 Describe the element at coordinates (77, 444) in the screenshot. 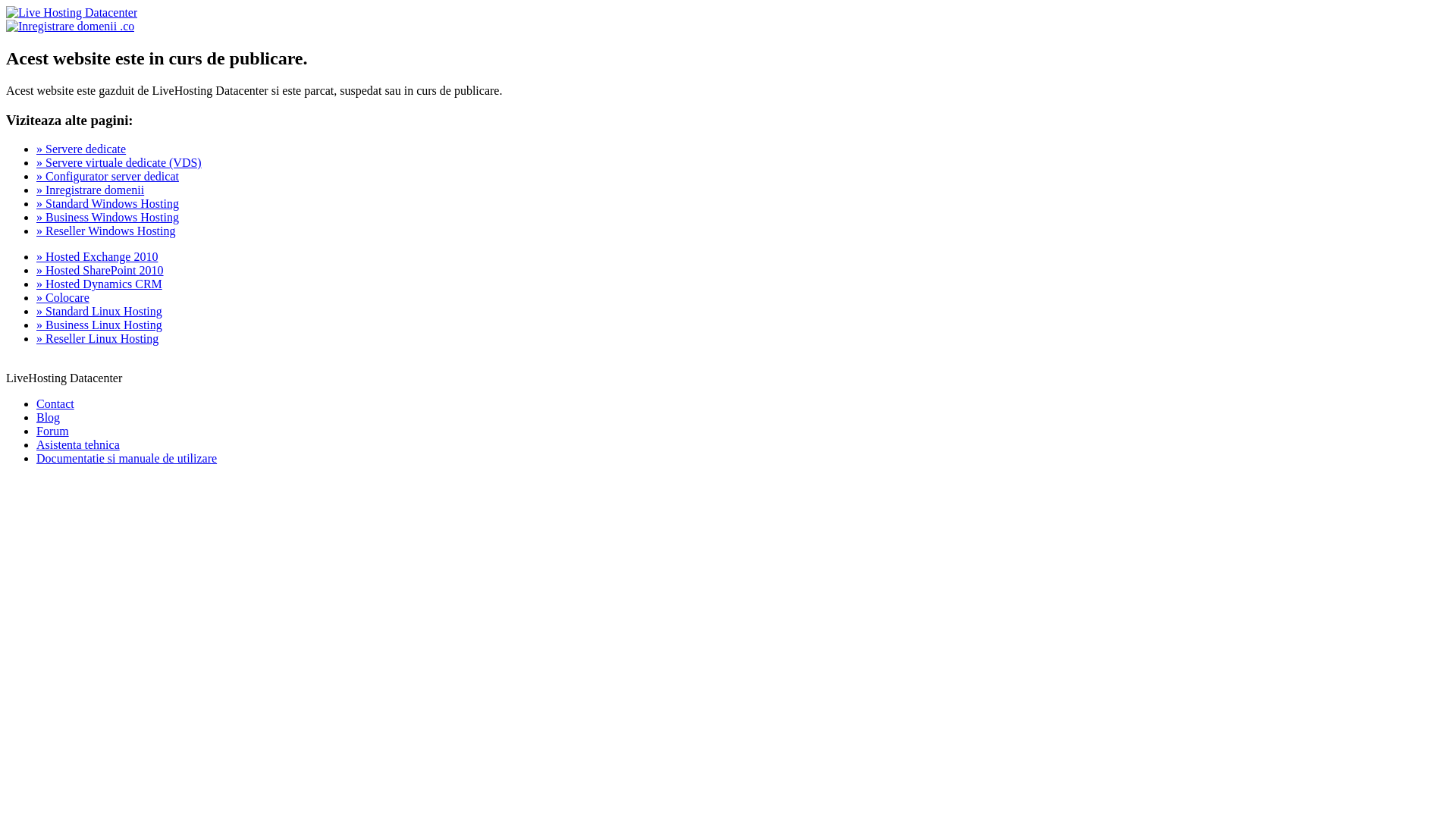

I see `'Asistenta tehnica'` at that location.